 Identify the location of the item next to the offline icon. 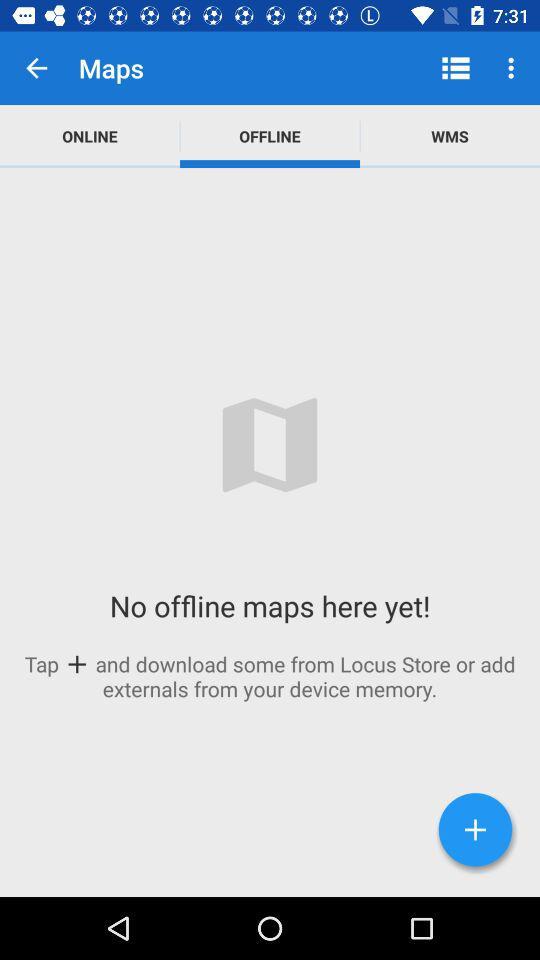
(89, 135).